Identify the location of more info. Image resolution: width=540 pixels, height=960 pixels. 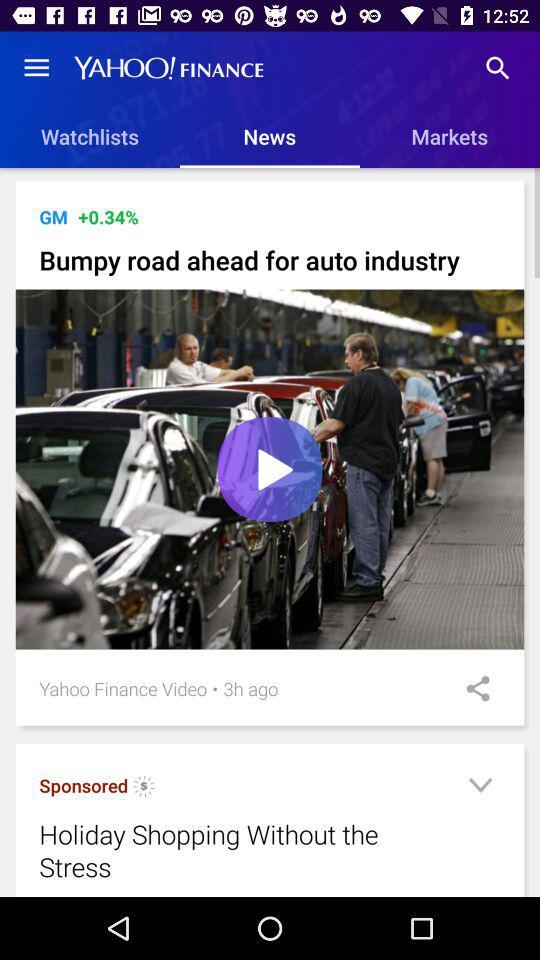
(479, 788).